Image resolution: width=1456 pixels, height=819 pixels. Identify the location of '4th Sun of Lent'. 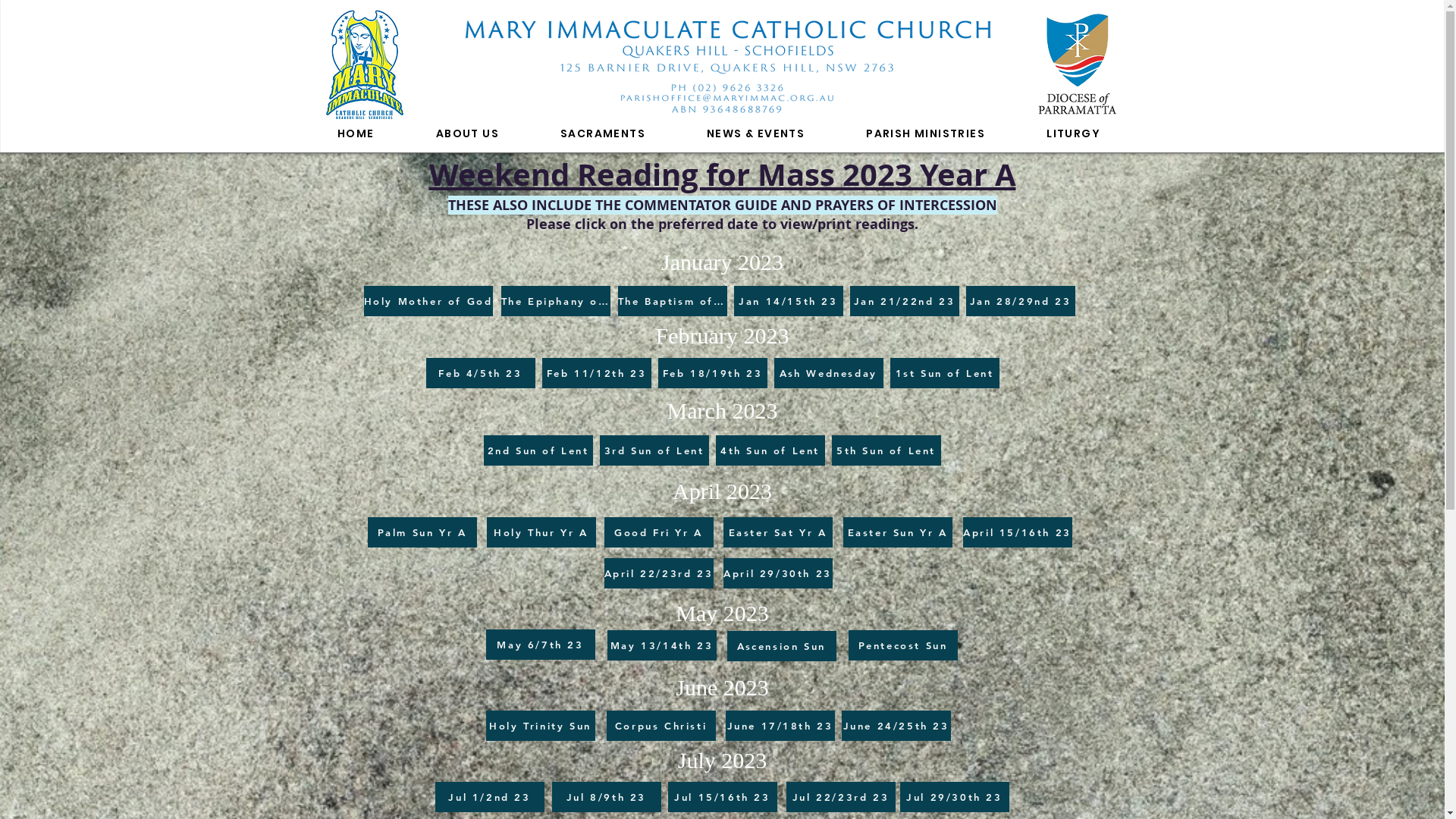
(770, 450).